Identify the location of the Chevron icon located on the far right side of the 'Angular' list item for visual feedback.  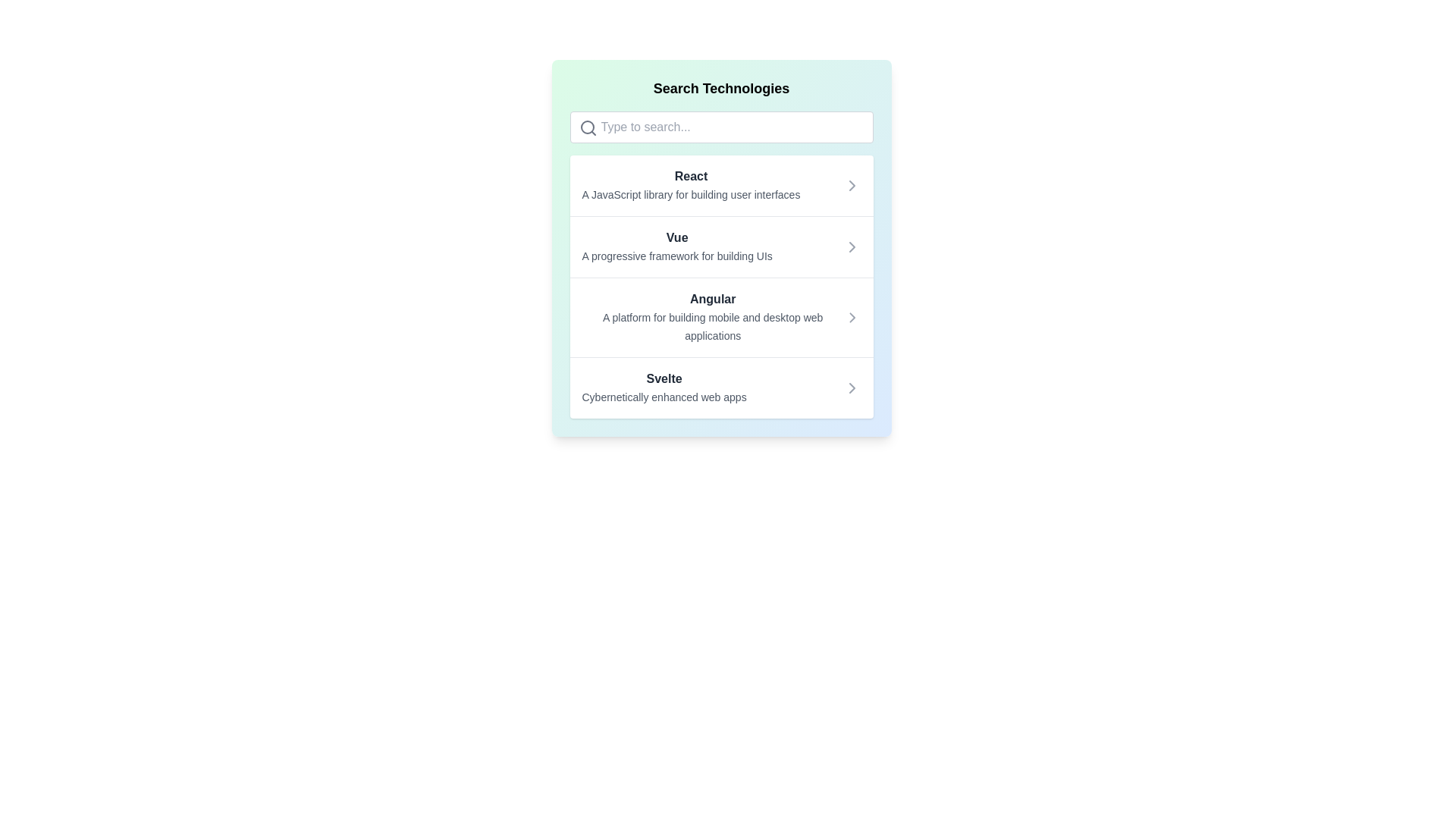
(852, 317).